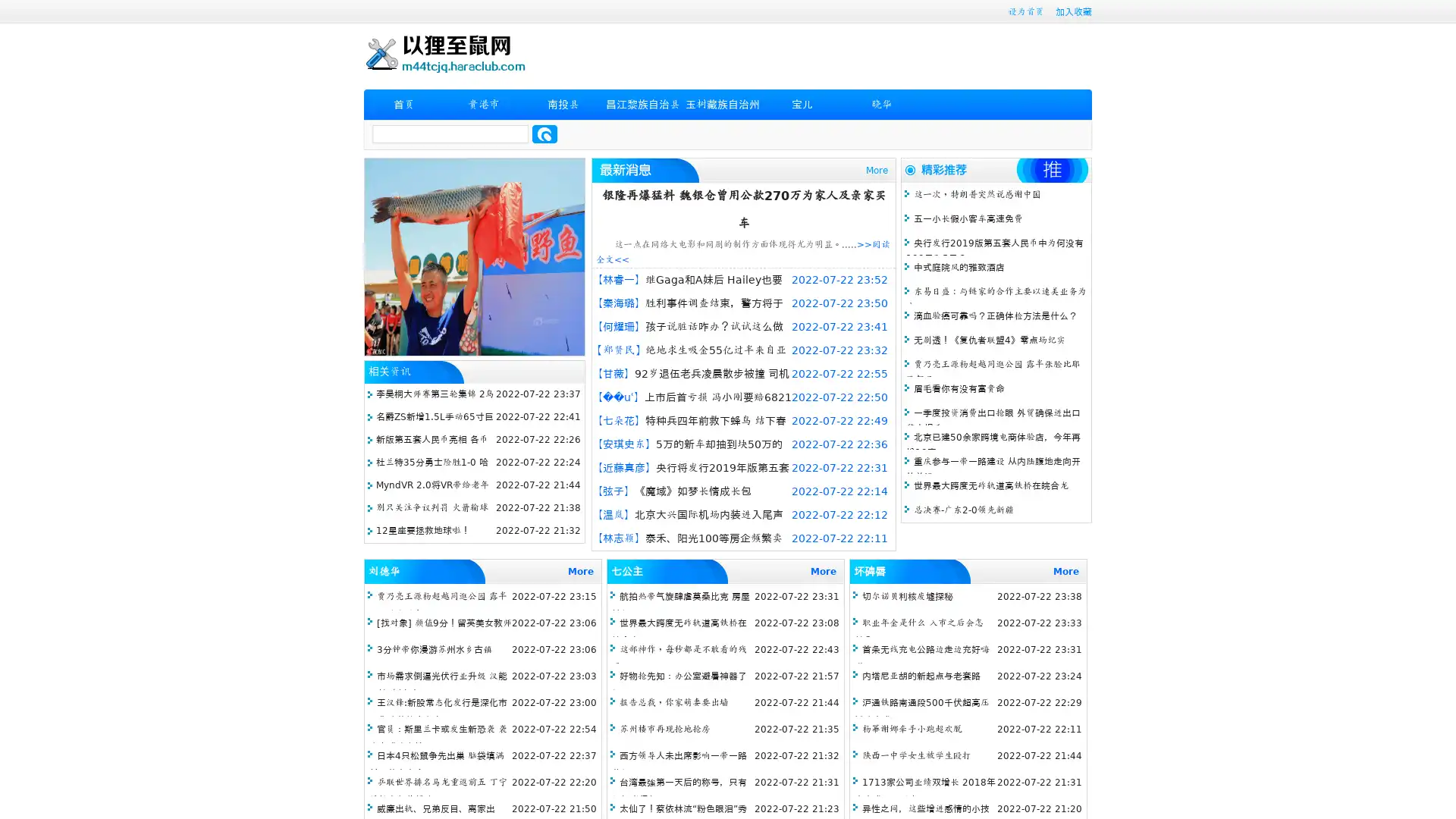 The width and height of the screenshot is (1456, 819). What do you see at coordinates (544, 133) in the screenshot?
I see `Search` at bounding box center [544, 133].